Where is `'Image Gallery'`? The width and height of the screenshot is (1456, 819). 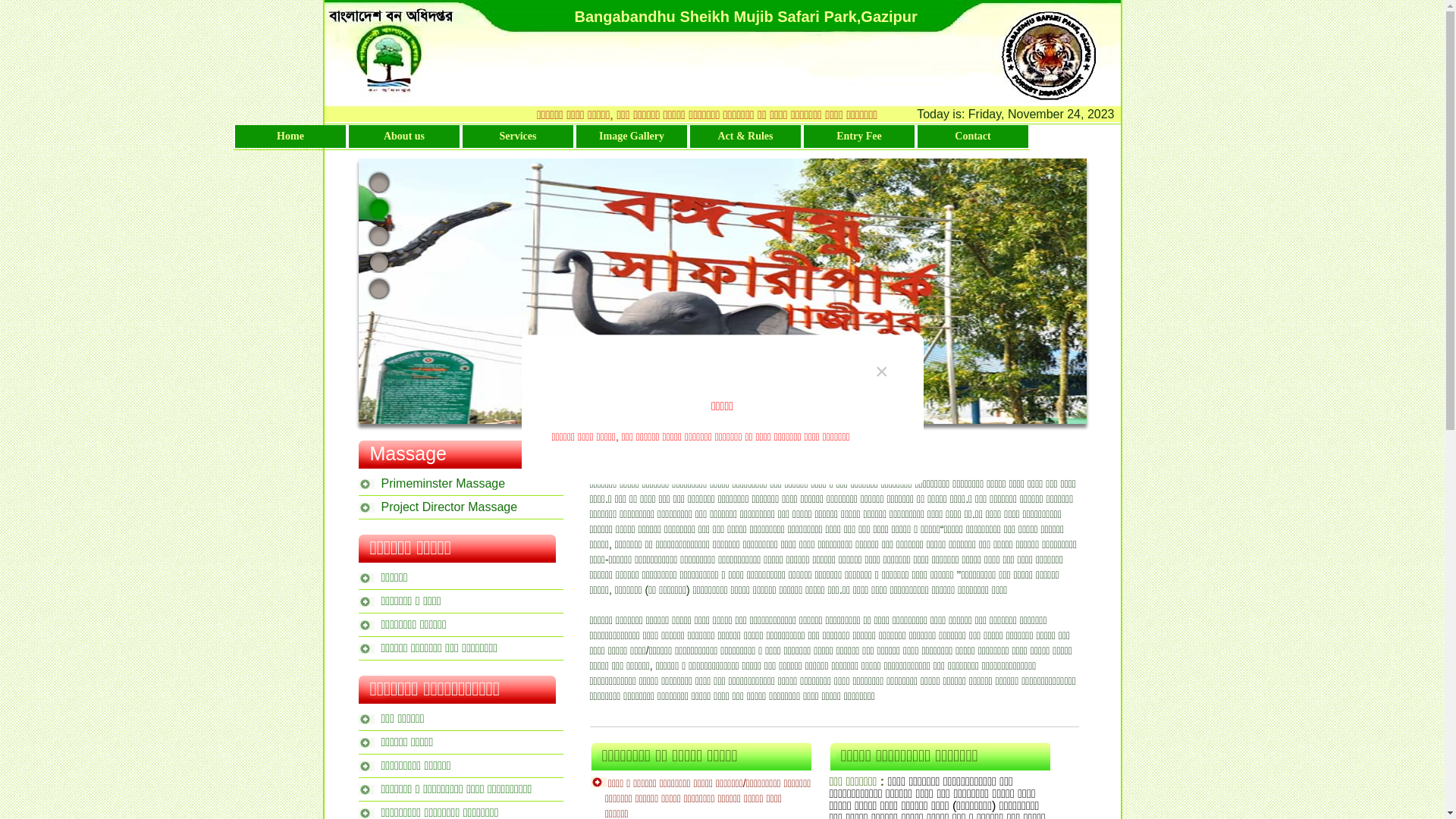 'Image Gallery' is located at coordinates (632, 136).